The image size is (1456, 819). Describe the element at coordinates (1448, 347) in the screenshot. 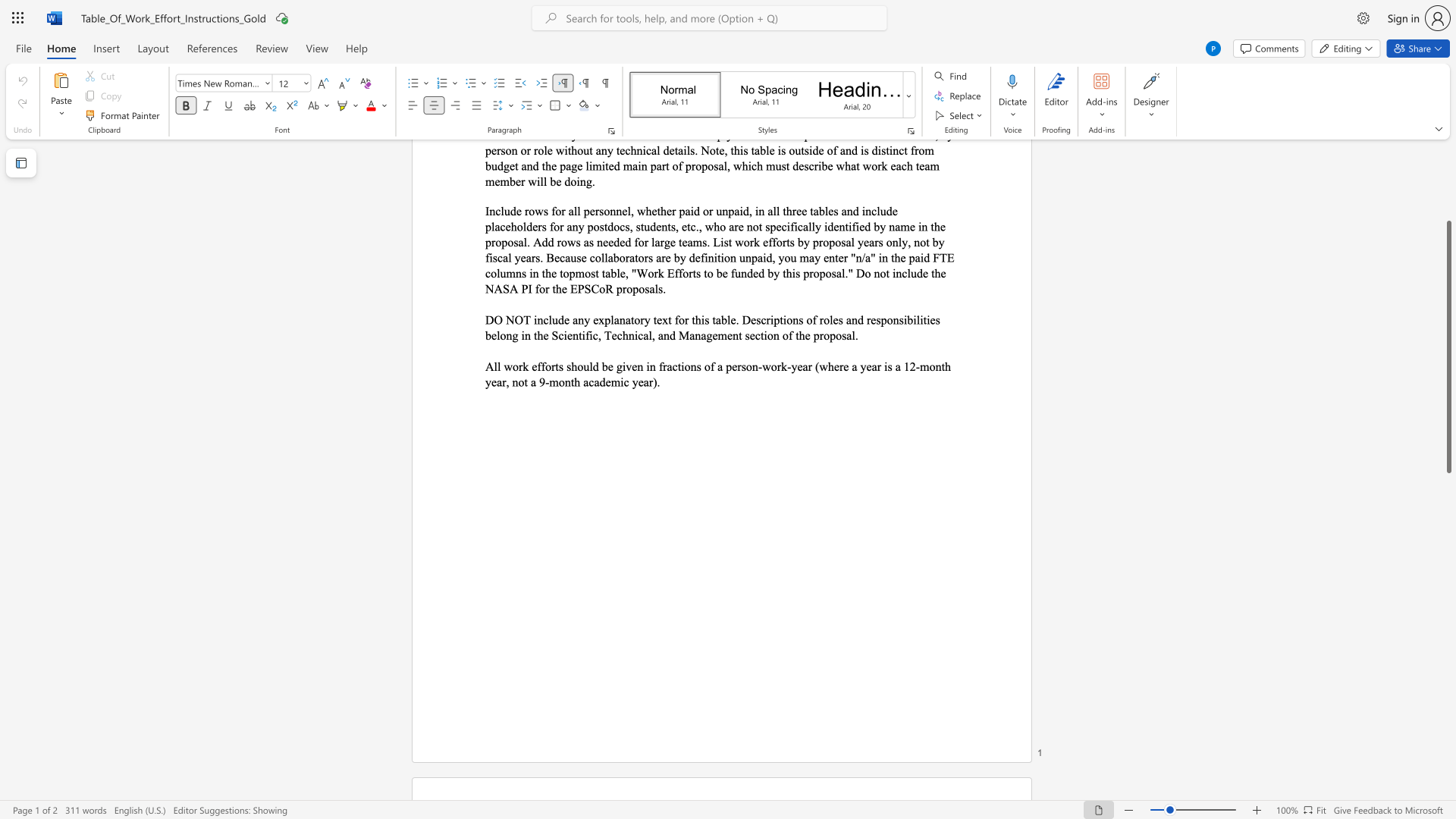

I see `the scrollbar and move down 980 pixels` at that location.